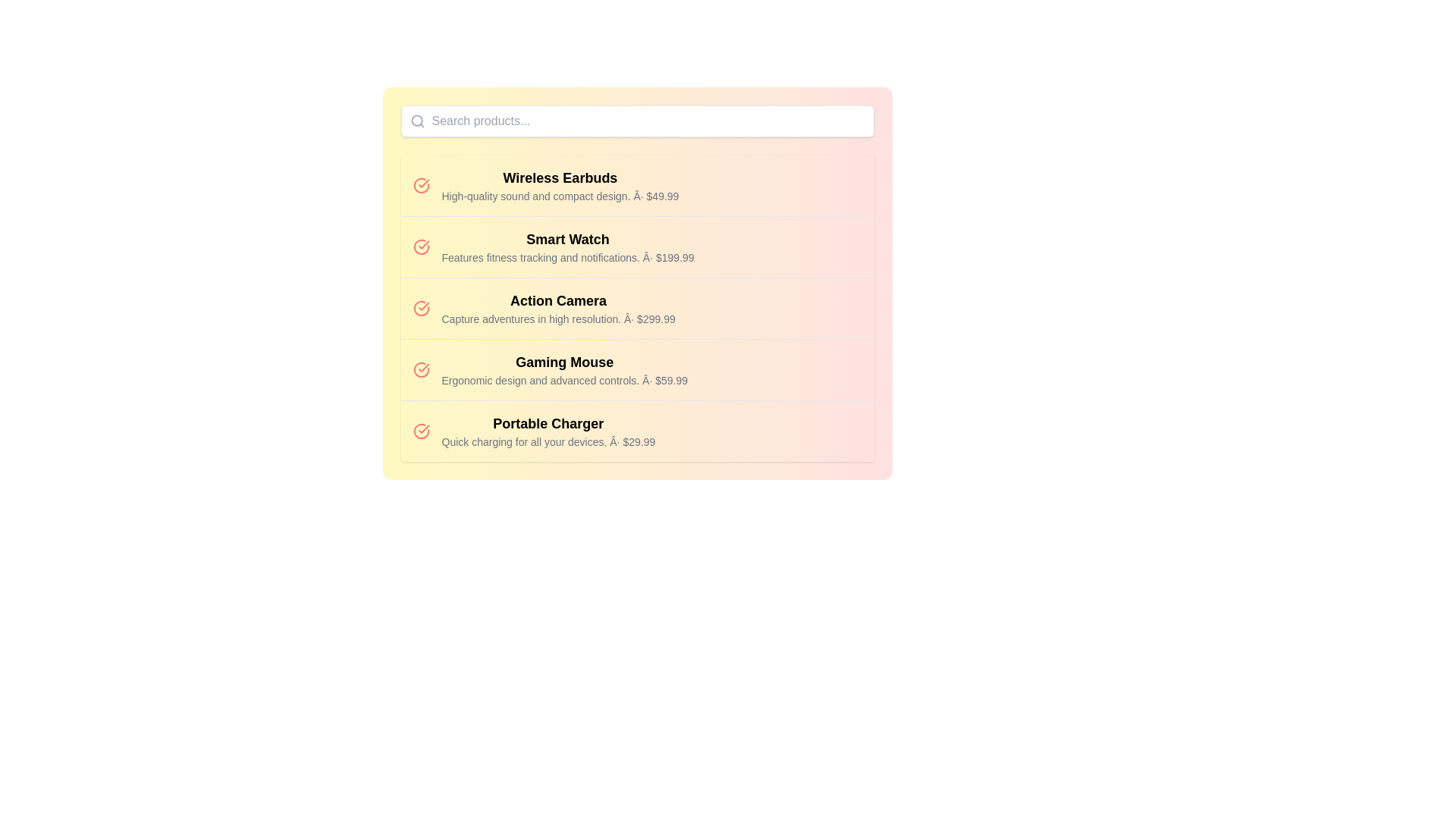 Image resolution: width=1456 pixels, height=819 pixels. I want to click on the text label that describes the 'Gaming Mouse' product, which is positioned directly below the title 'Gaming Mouse' and aligns with its left edge, so click(563, 379).